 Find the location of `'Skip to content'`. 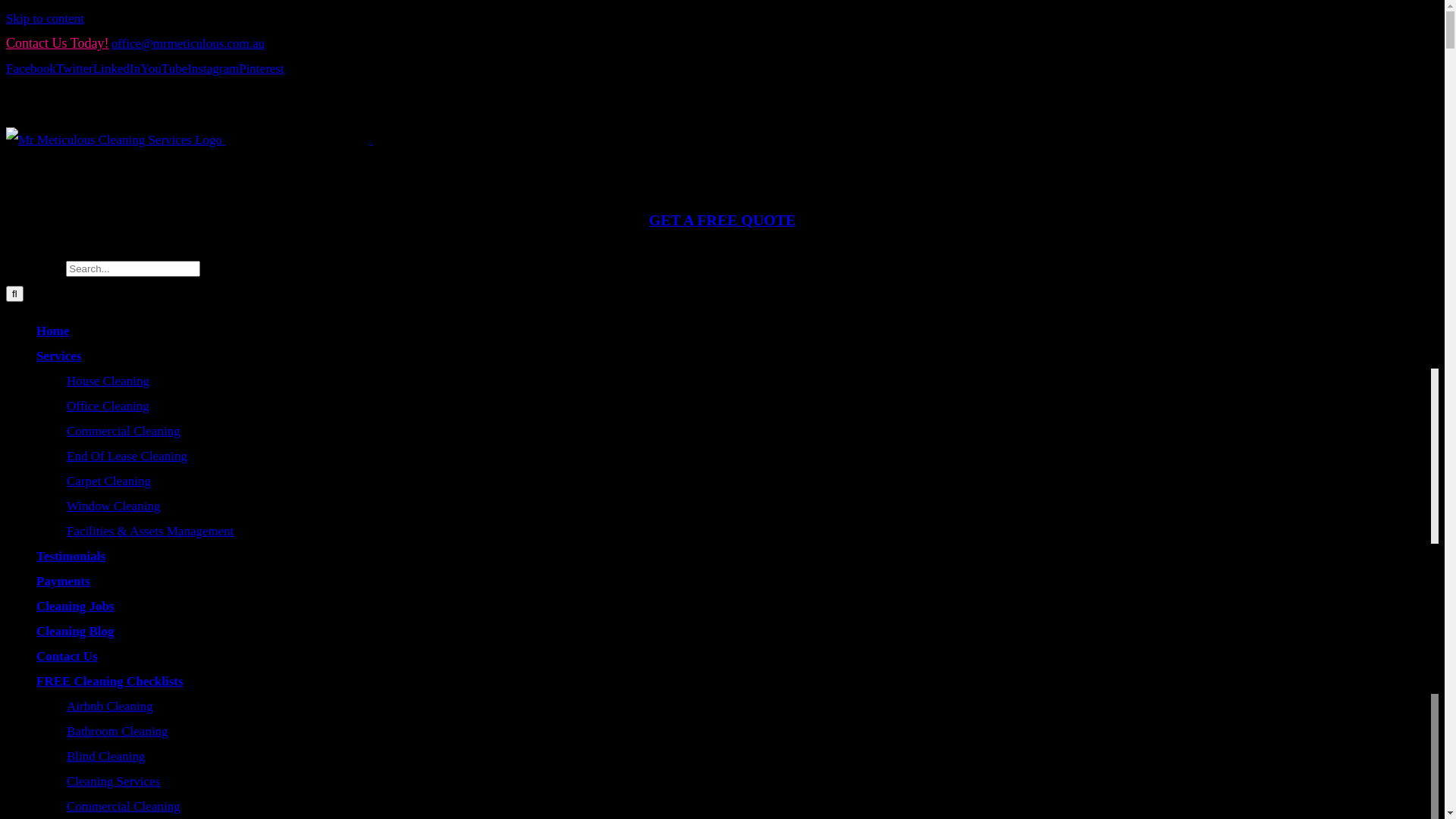

'Skip to content' is located at coordinates (6, 18).